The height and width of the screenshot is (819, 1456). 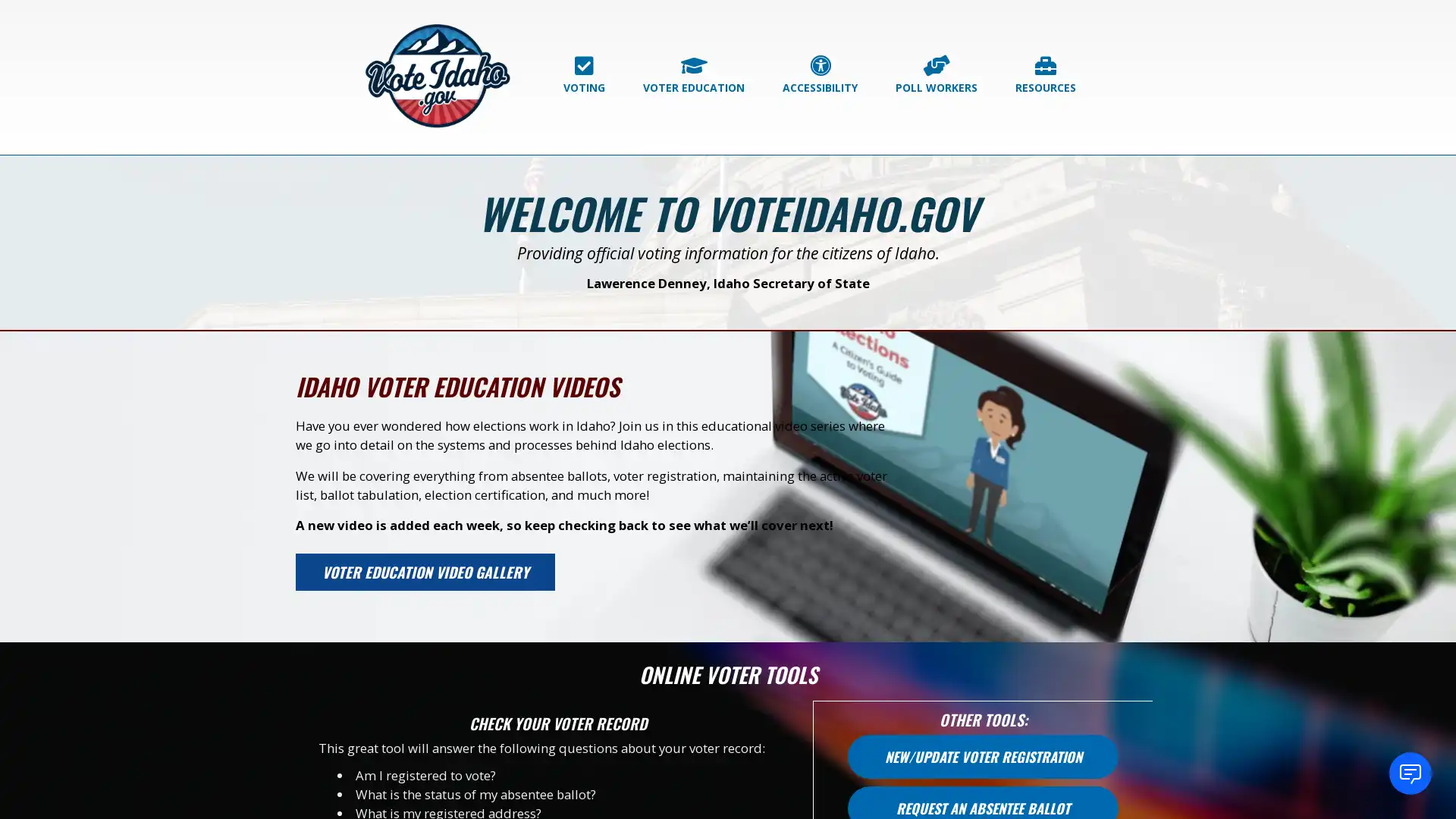 What do you see at coordinates (431, 573) in the screenshot?
I see `VOTER EDUCATION VIDEO GALLERY` at bounding box center [431, 573].